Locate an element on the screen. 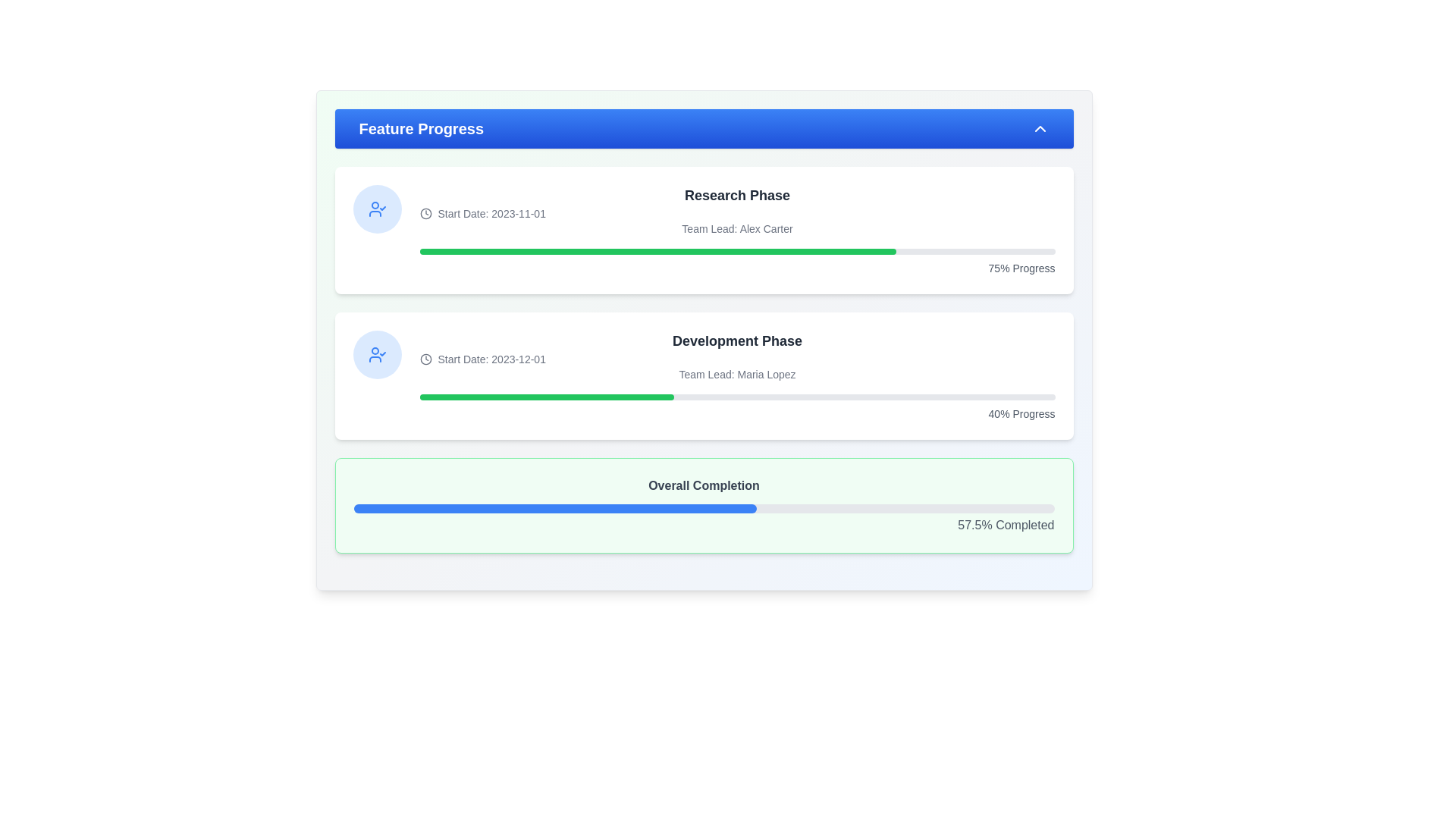 Image resolution: width=1456 pixels, height=819 pixels. text indicating the team lead responsible for this phase, located under the 'Development Phase' heading, below 'Start Date: 2023-12-01' and above the progress bar is located at coordinates (737, 374).